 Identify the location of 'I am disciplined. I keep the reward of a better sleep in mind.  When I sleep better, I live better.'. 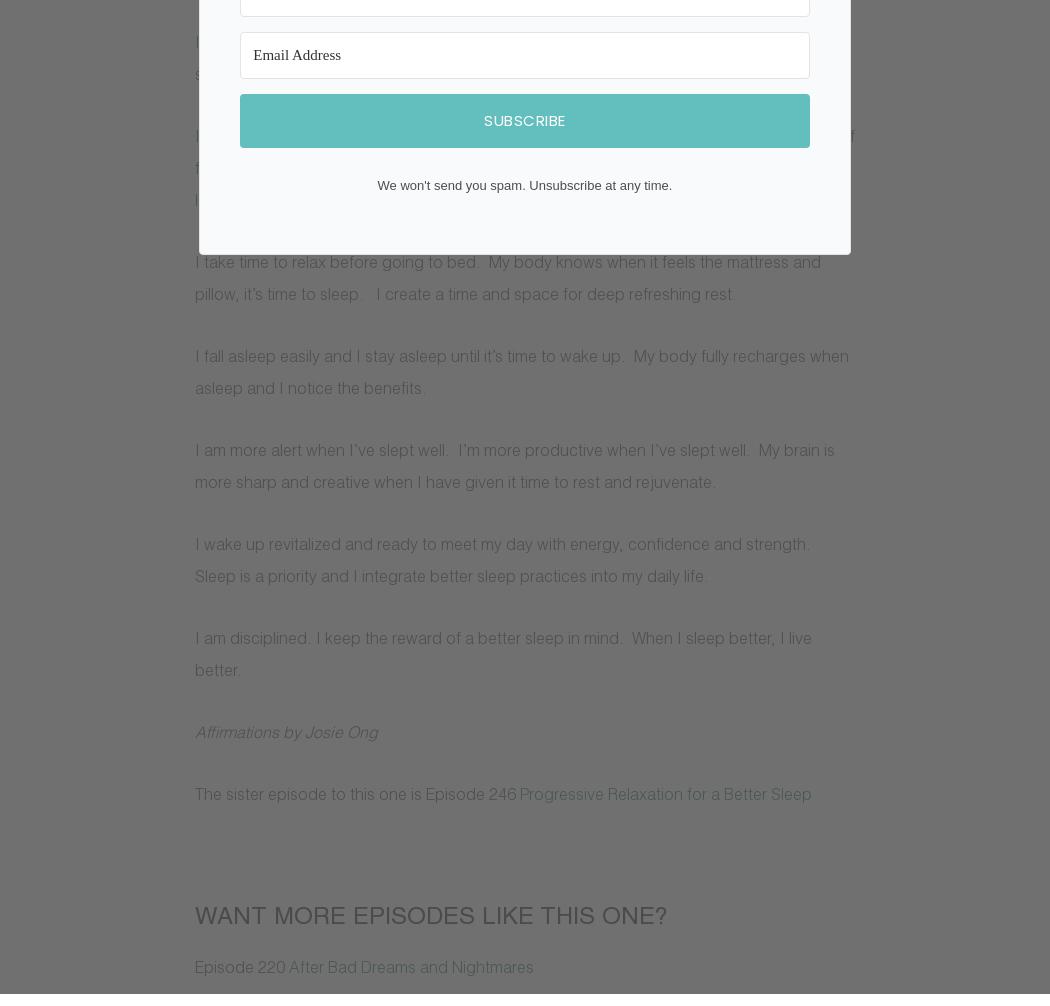
(502, 656).